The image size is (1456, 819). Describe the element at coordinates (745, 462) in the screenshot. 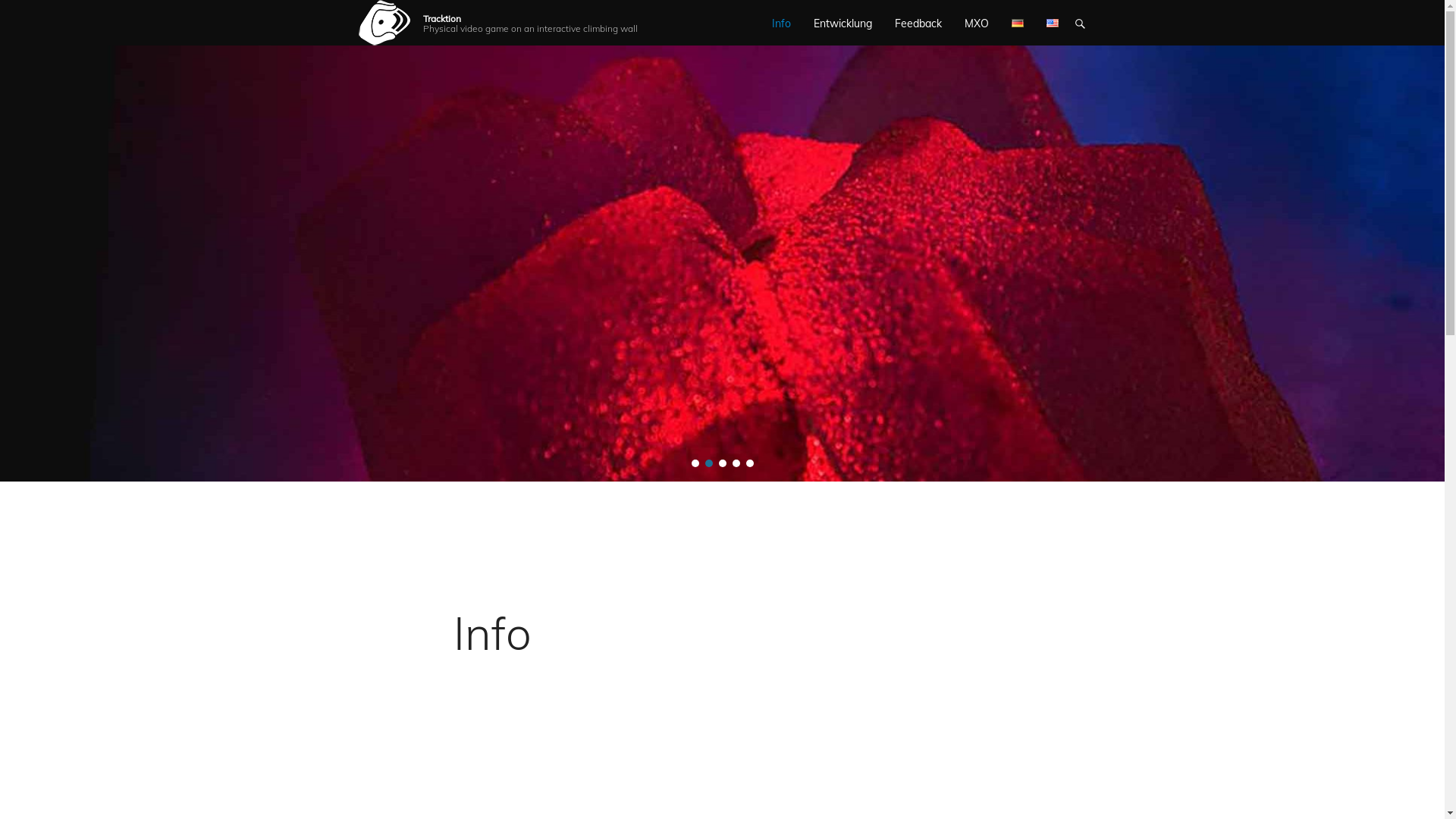

I see `'5'` at that location.